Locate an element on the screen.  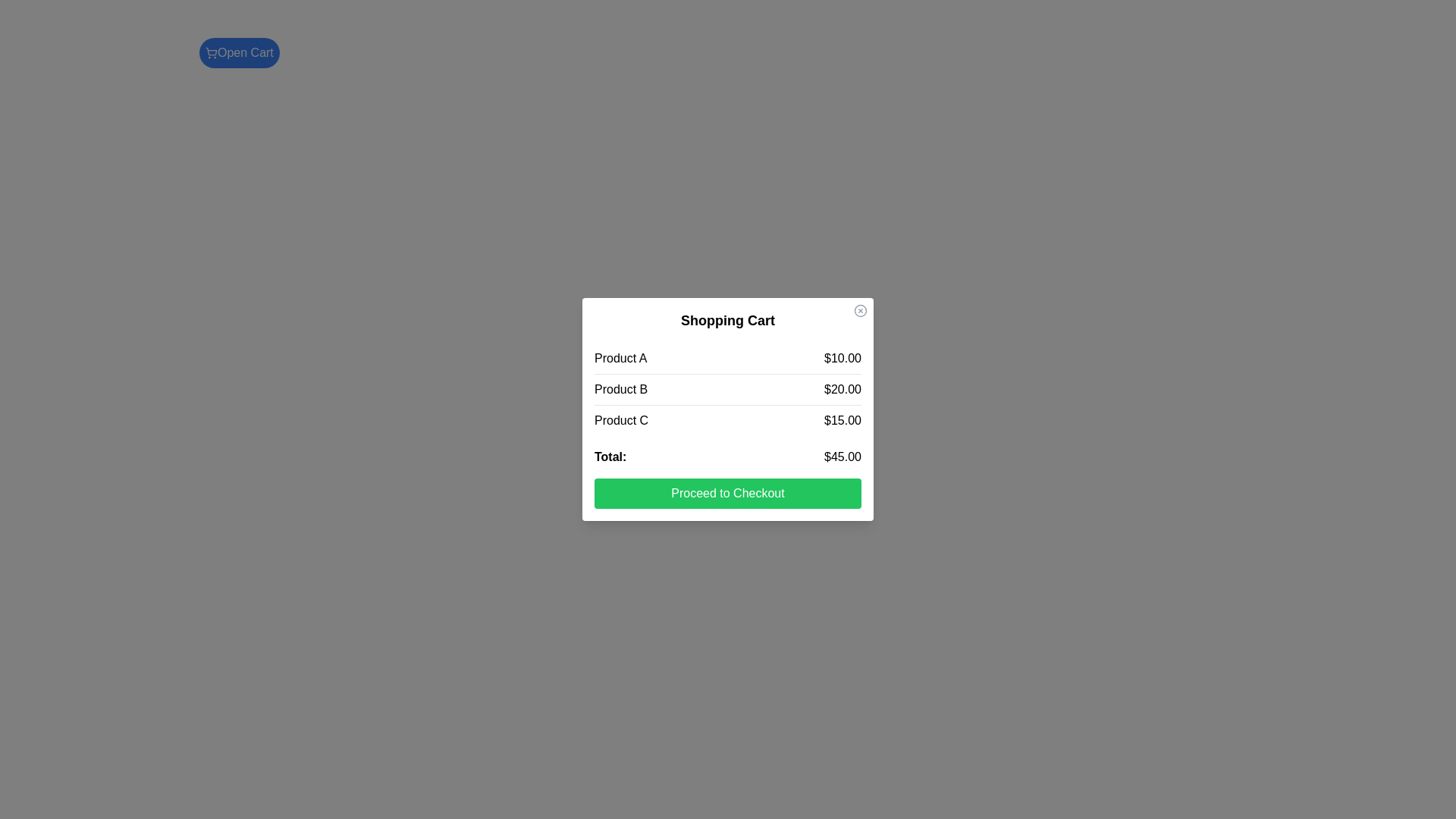
the first row in the shopping cart list that provides details about the first product item, including its name and price is located at coordinates (728, 359).